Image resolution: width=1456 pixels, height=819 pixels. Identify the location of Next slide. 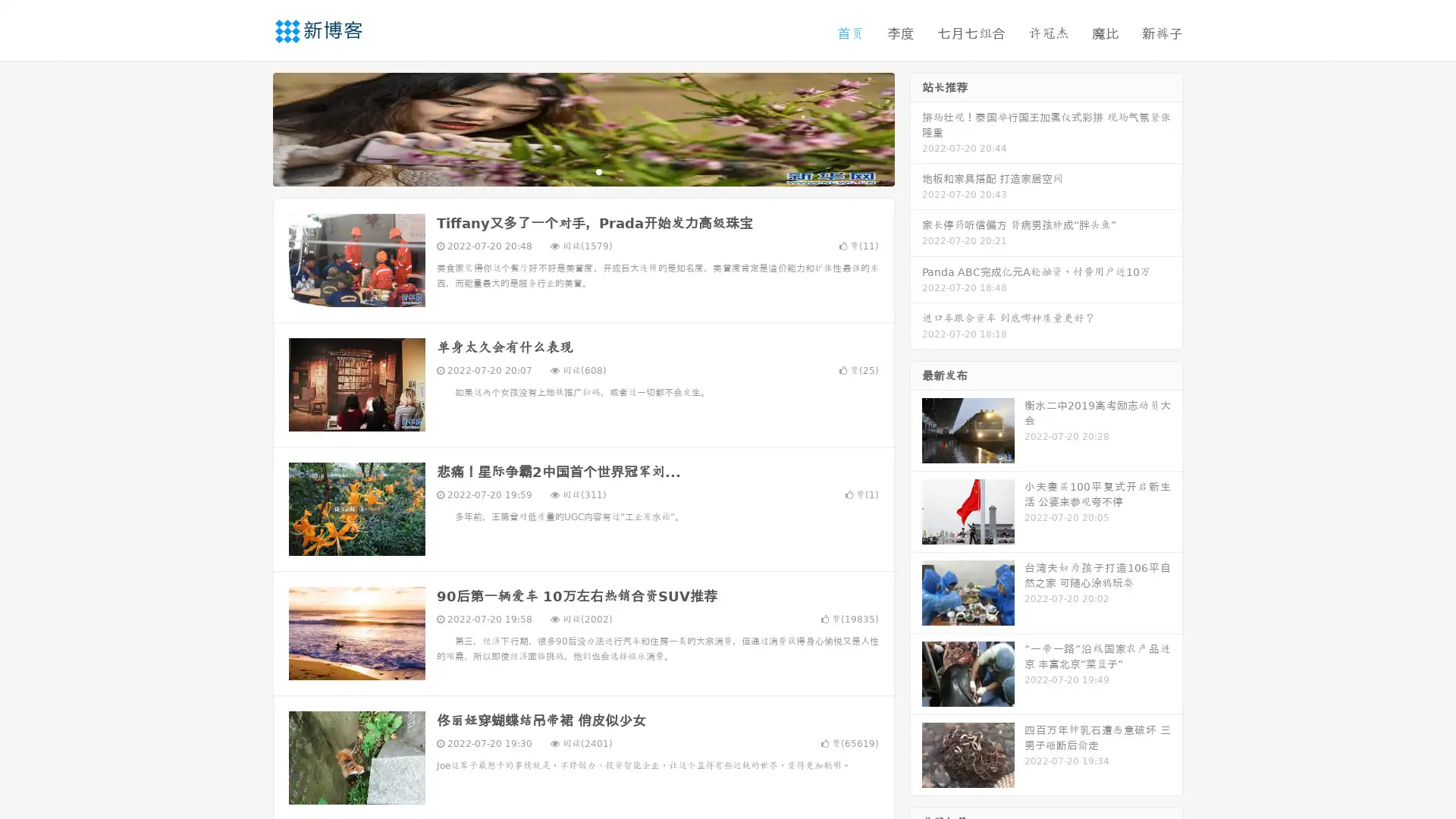
(916, 127).